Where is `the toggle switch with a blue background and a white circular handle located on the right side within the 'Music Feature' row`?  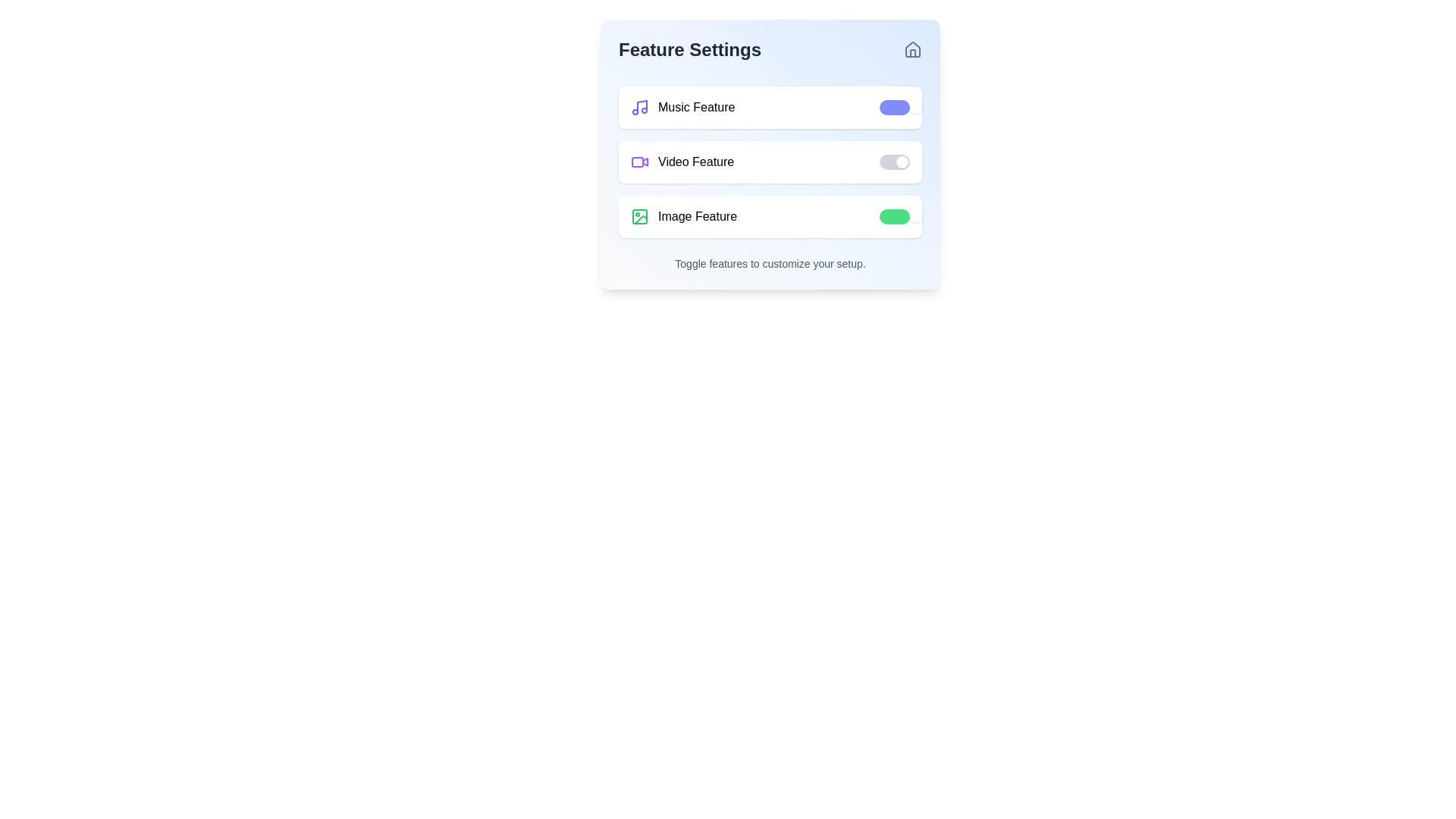 the toggle switch with a blue background and a white circular handle located on the right side within the 'Music Feature' row is located at coordinates (895, 107).